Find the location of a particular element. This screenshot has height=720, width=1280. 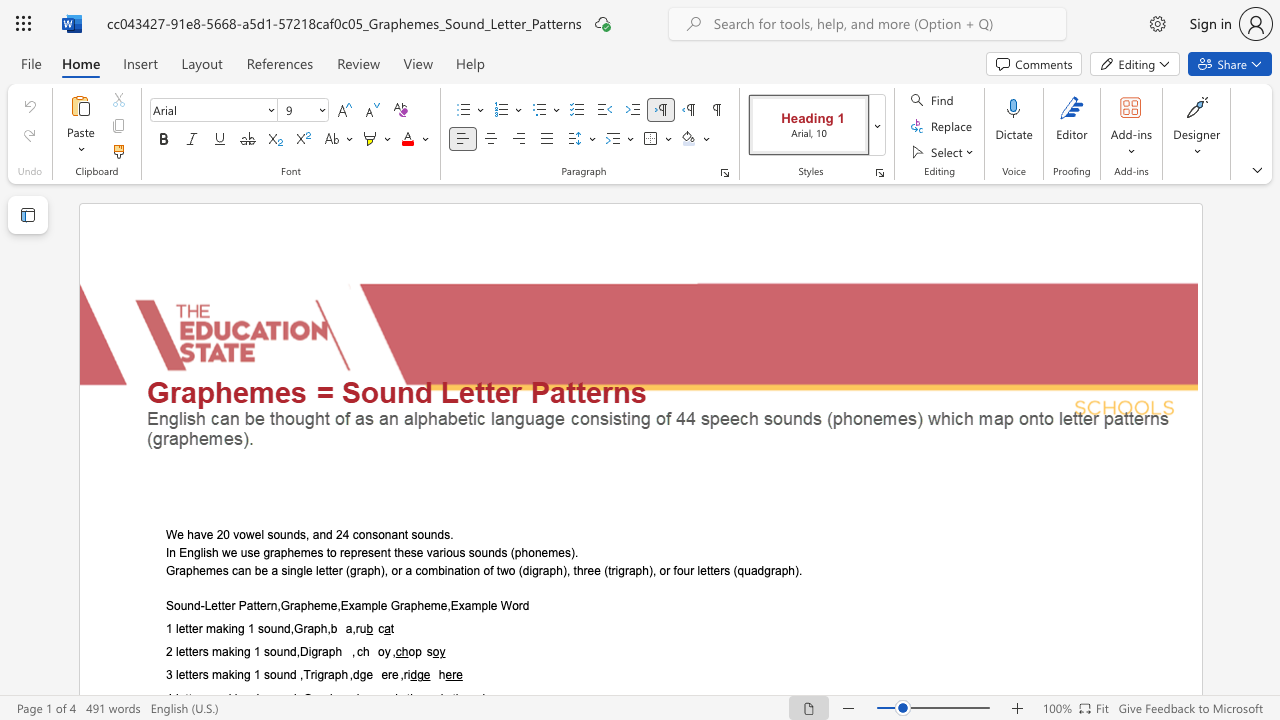

the subset text "rs making 1 sound" within the text "2 letters making 1 sound,Digraph      , ch    oy ," is located at coordinates (198, 652).